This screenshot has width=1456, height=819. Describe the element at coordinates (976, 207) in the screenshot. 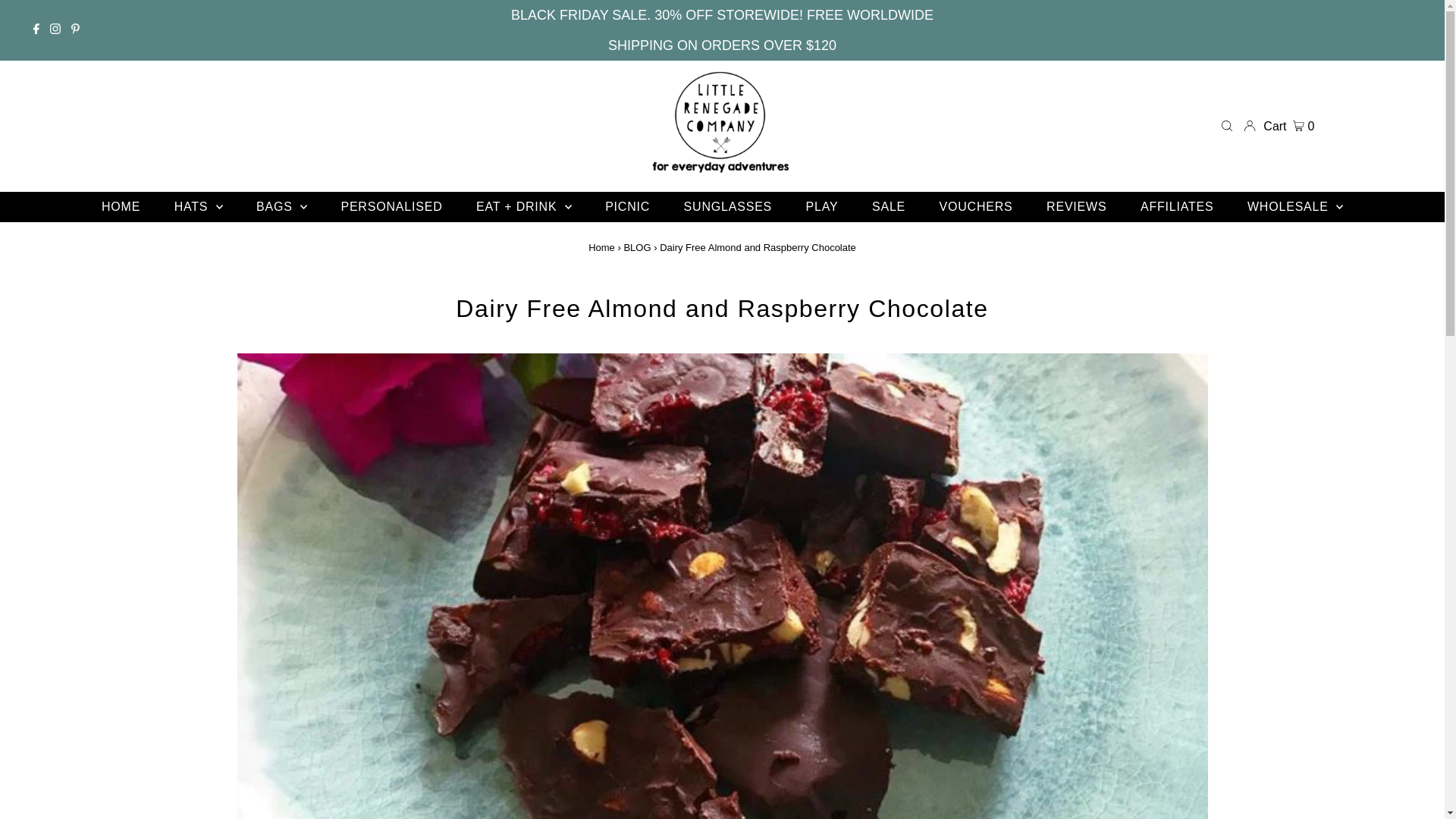

I see `'VOUCHERS'` at that location.